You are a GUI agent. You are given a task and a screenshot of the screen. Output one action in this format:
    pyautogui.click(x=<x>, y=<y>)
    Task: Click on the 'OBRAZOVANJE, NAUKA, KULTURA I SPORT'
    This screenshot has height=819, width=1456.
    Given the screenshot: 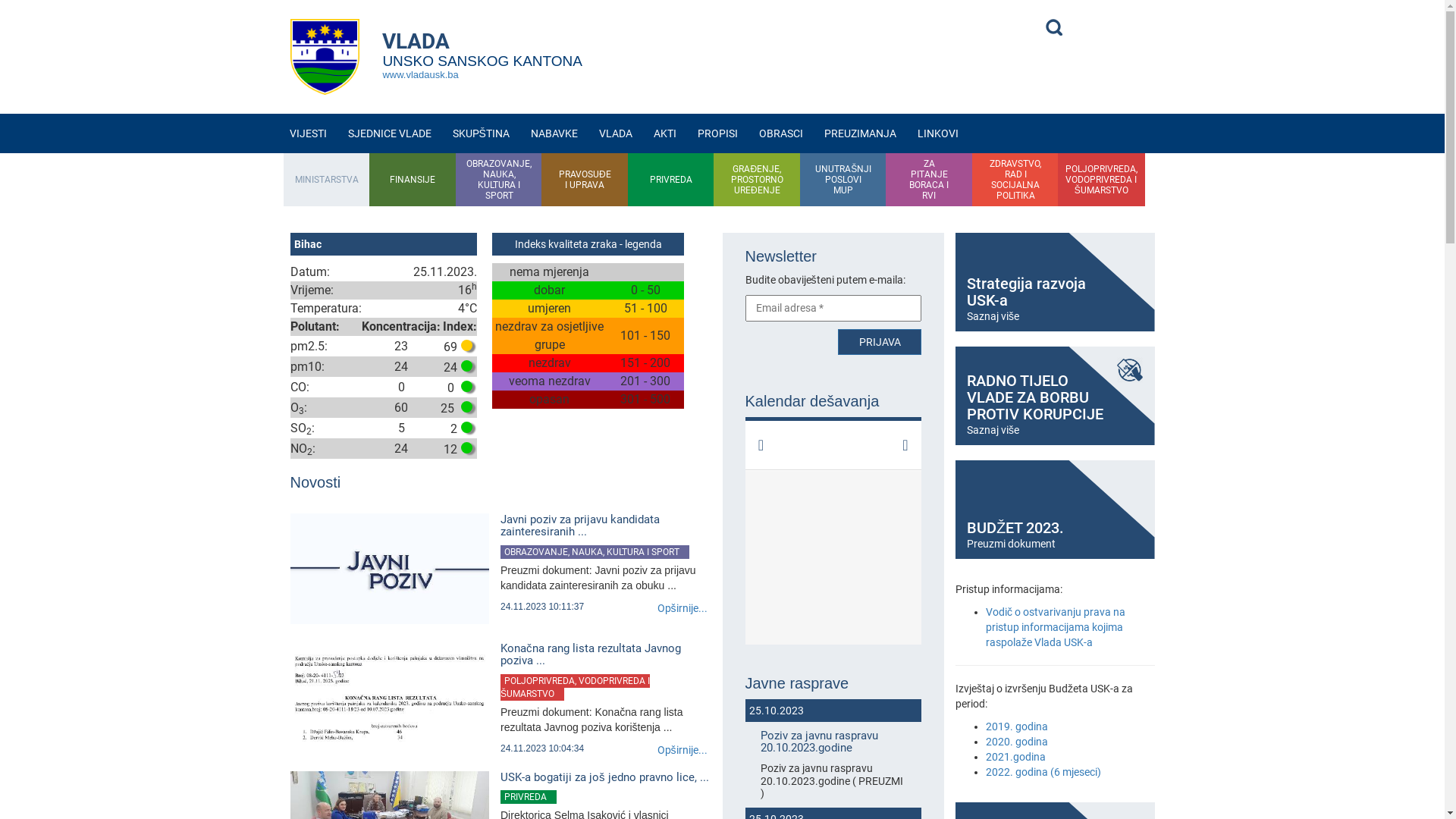 What is the action you would take?
    pyautogui.click(x=594, y=552)
    